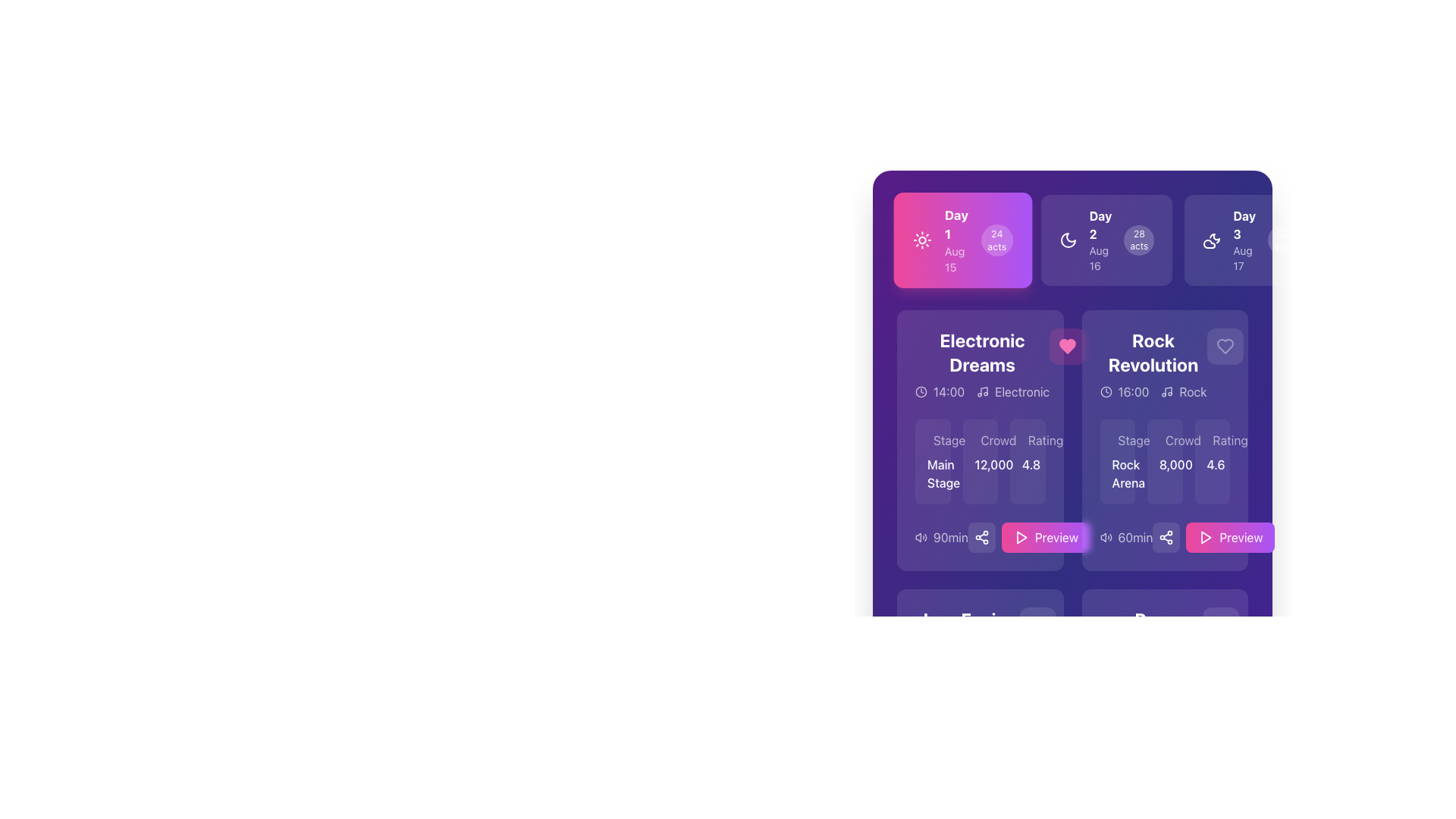 The width and height of the screenshot is (1456, 819). Describe the element at coordinates (1135, 537) in the screenshot. I see `the static text label that displays the event duration in minutes, located within the 'Rock Revolution' card, to the left of the 'Preview' button` at that location.